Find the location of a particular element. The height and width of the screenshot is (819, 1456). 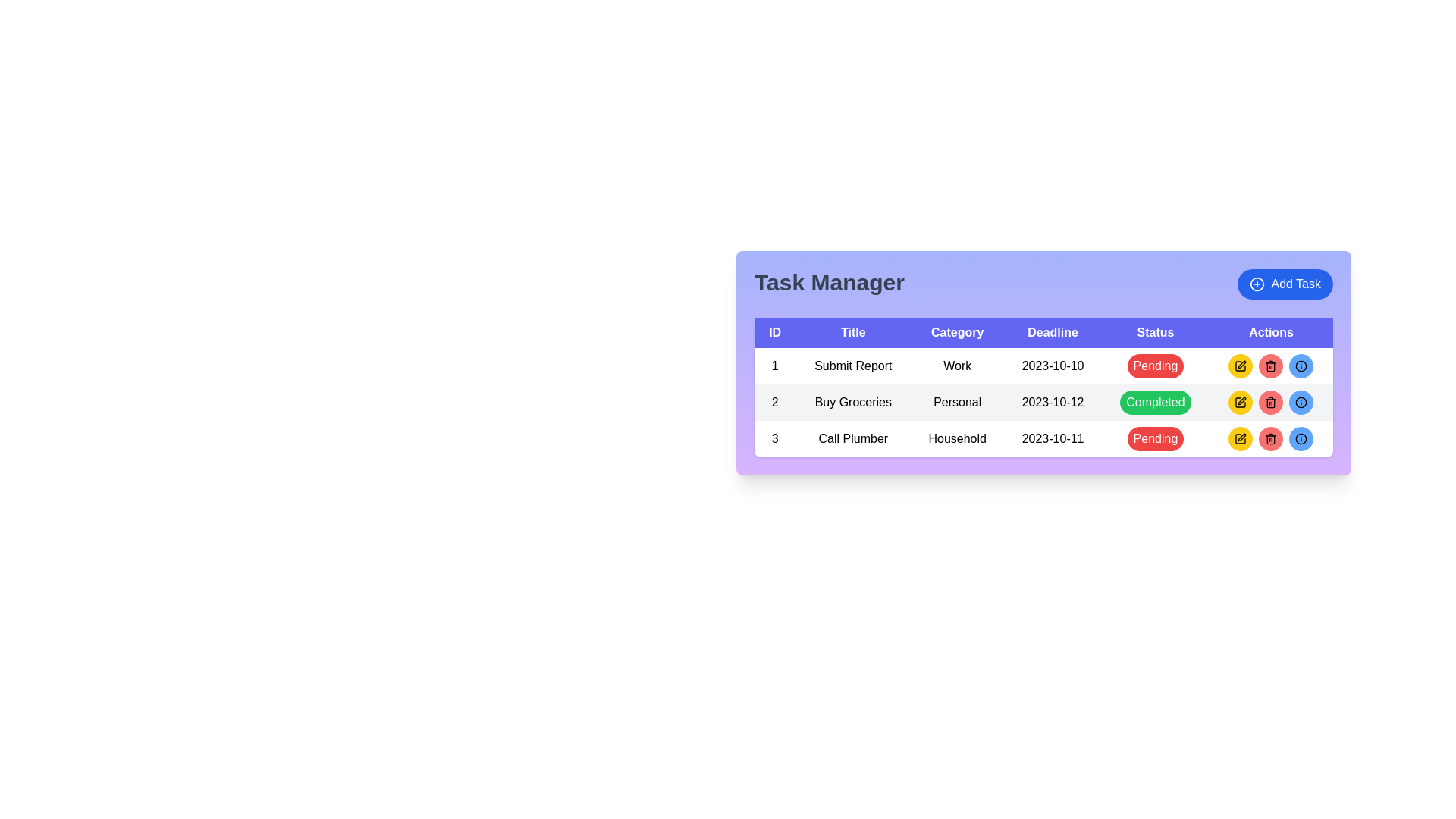

the 'Add Task' button, which has a blue background, white text, rounded edges, and is located in the 'Task Manager' section is located at coordinates (1284, 284).